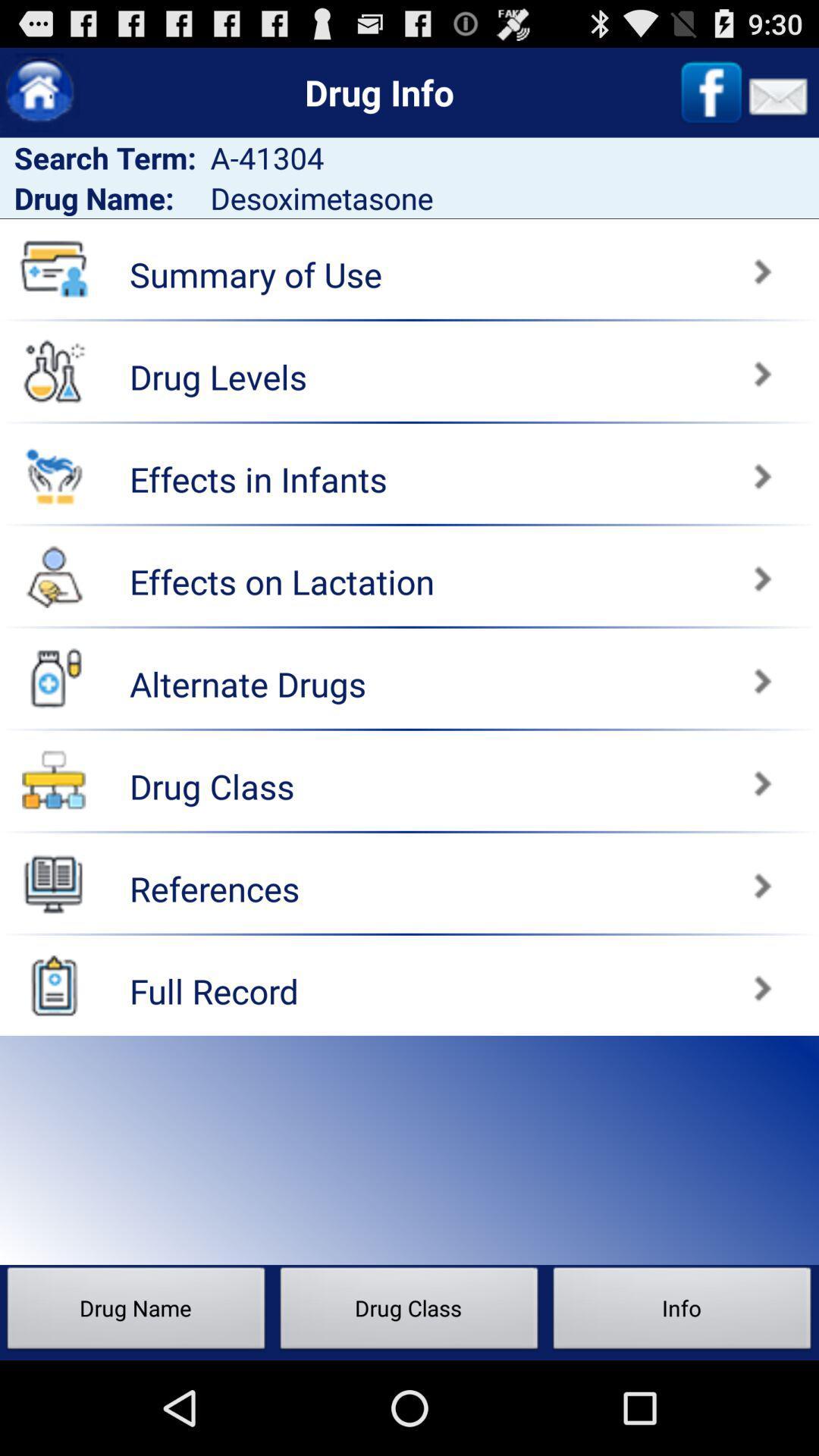  Describe the element at coordinates (711, 92) in the screenshot. I see `facebook` at that location.